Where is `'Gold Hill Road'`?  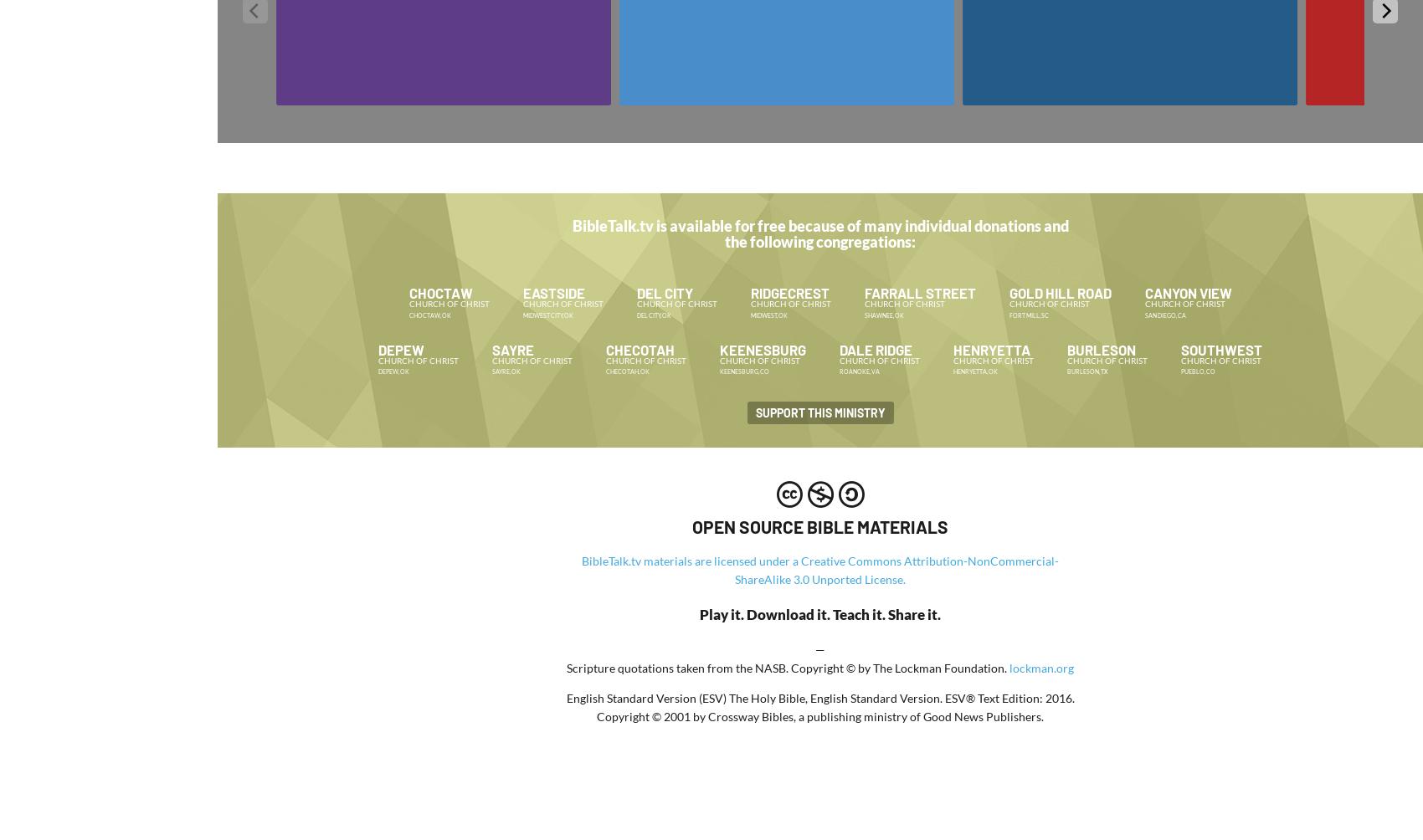 'Gold Hill Road' is located at coordinates (1007, 291).